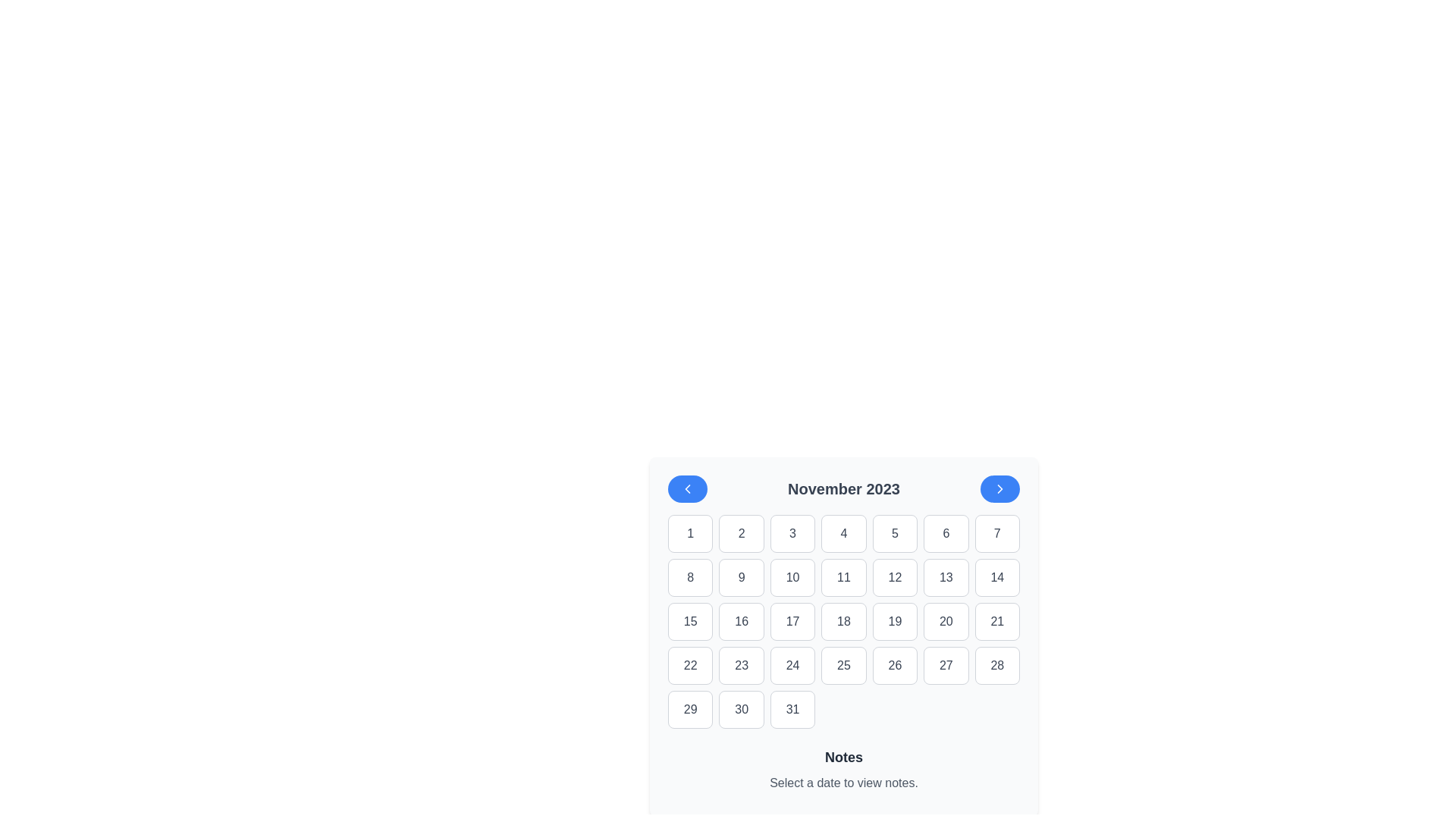 The image size is (1456, 819). What do you see at coordinates (843, 578) in the screenshot?
I see `the calendar button representing a specific day in the second row and fourth column` at bounding box center [843, 578].